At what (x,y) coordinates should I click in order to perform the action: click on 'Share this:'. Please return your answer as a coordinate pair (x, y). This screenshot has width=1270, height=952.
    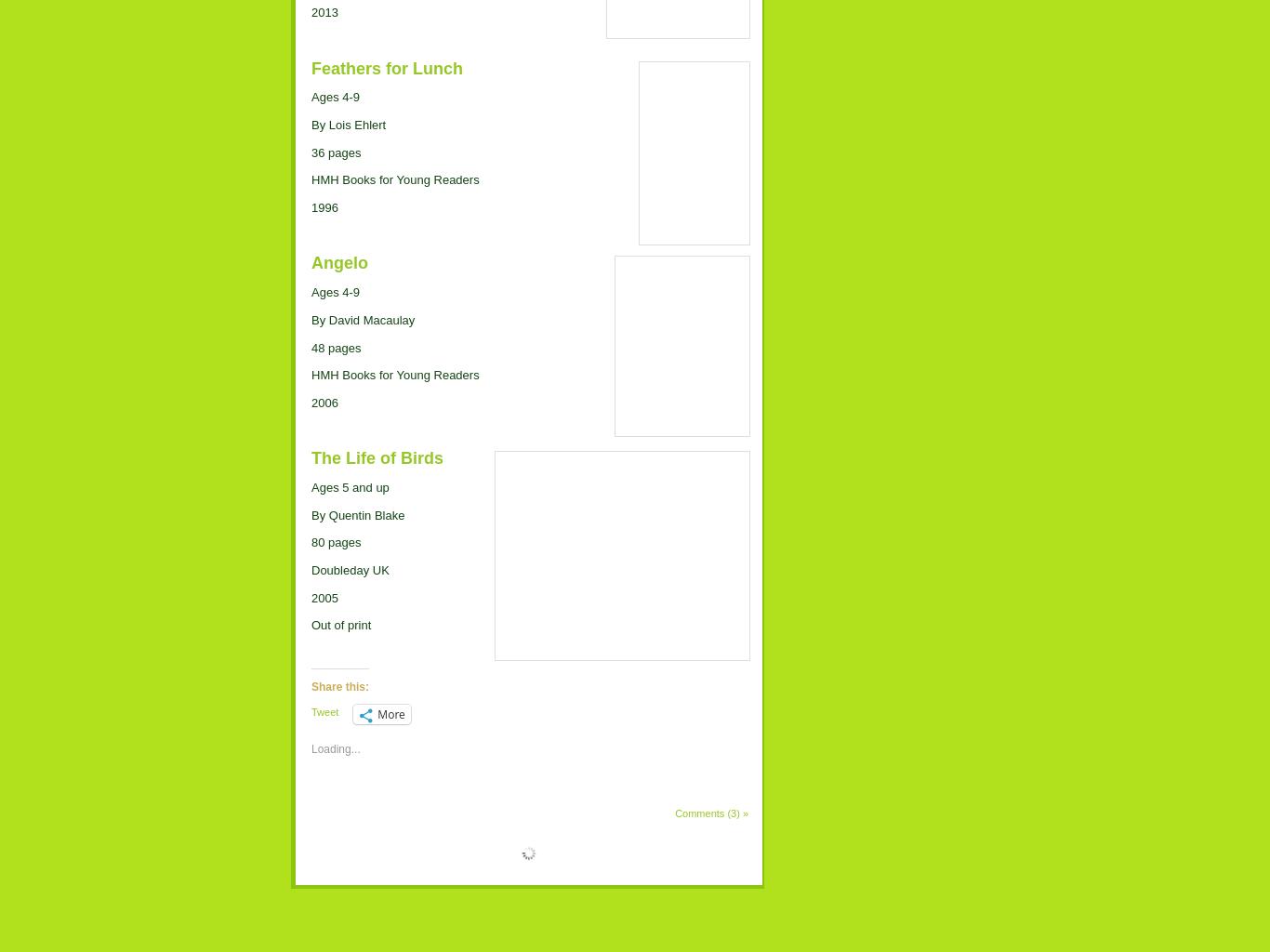
    Looking at the image, I should click on (338, 684).